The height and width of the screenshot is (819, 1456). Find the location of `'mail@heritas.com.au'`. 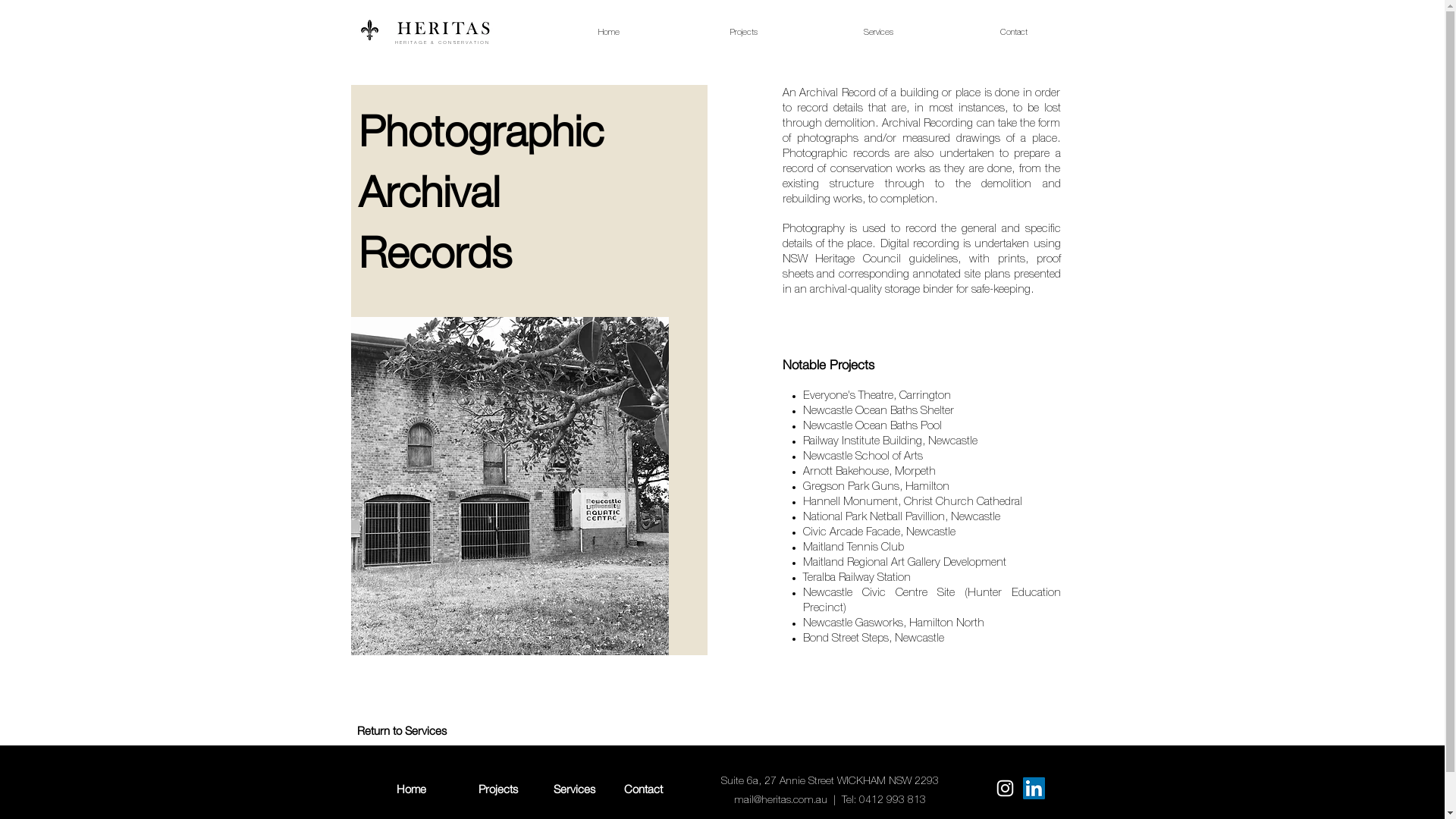

'mail@heritas.com.au' is located at coordinates (734, 799).